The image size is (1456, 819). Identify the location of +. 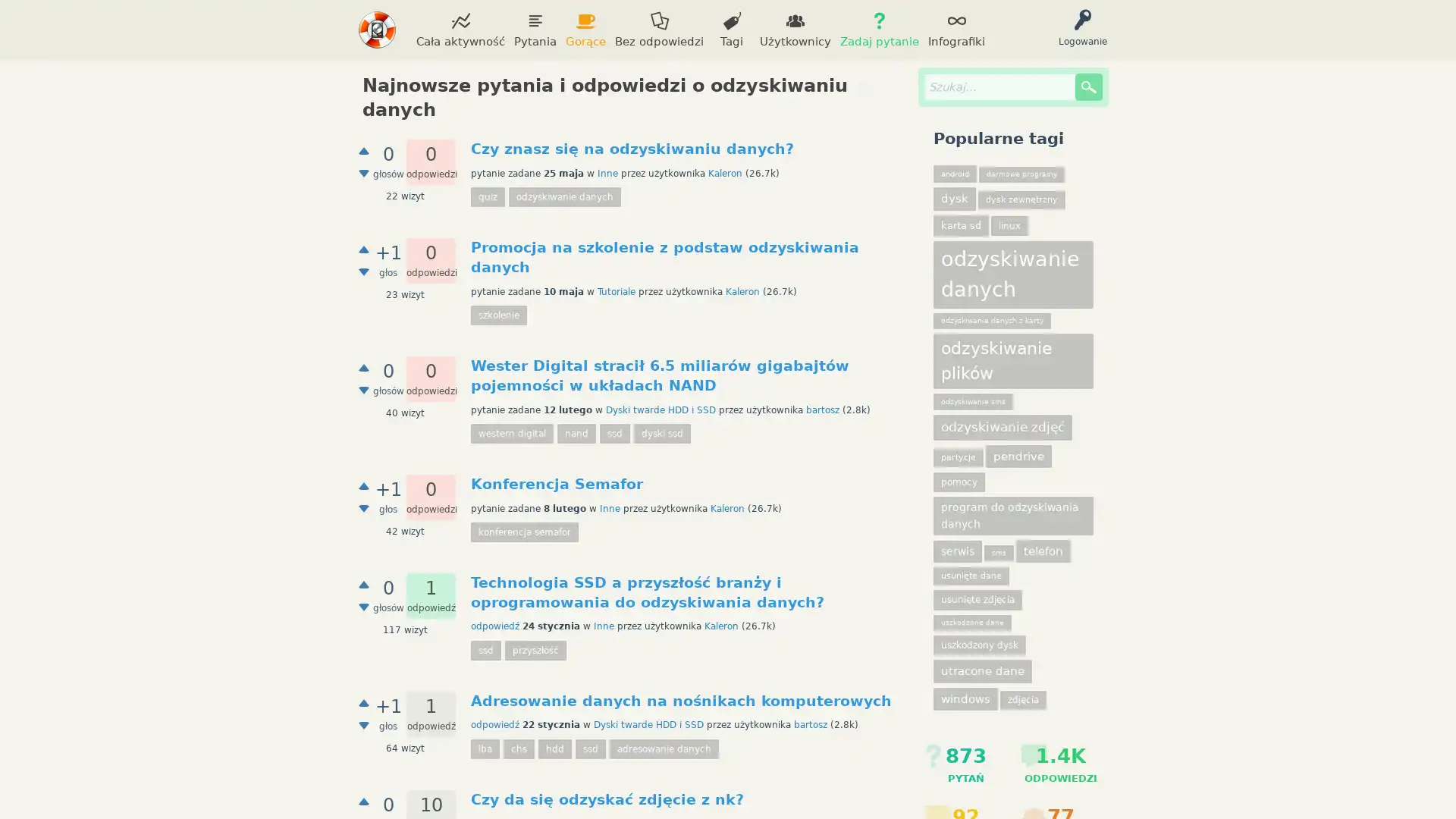
(364, 485).